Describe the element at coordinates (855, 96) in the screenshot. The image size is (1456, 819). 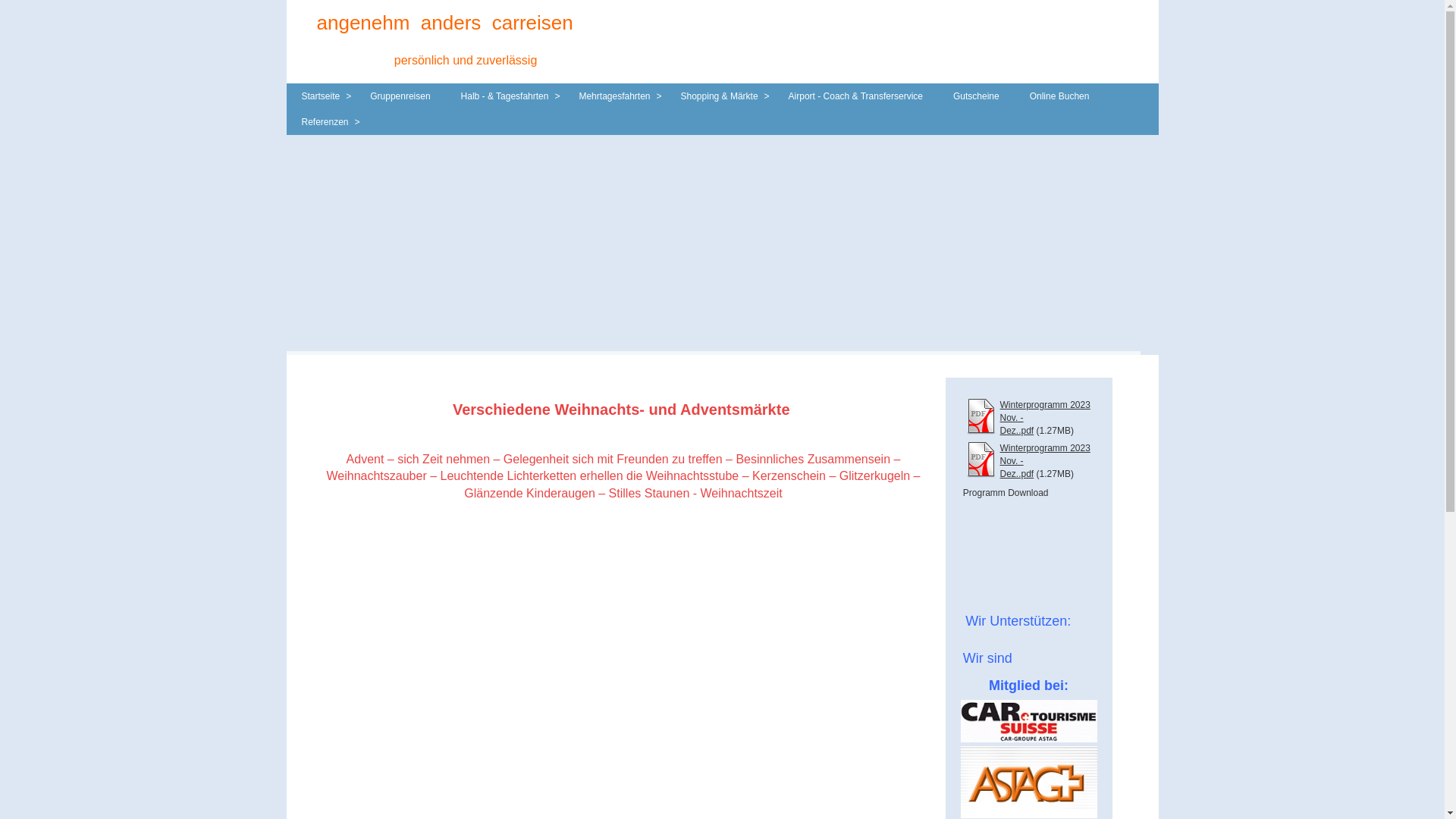
I see `'Airport - Coach & Transferservice'` at that location.